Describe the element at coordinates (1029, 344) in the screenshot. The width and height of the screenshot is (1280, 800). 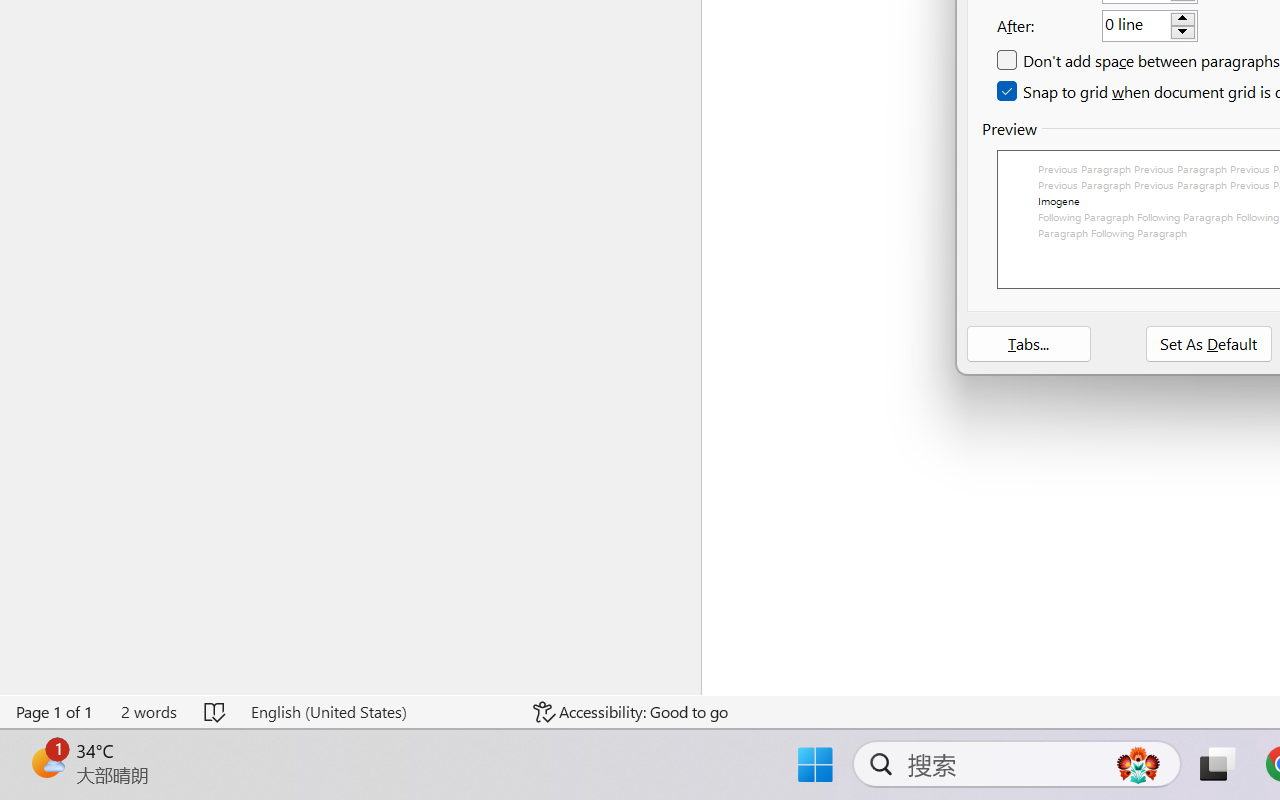
I see `'Tabs...'` at that location.